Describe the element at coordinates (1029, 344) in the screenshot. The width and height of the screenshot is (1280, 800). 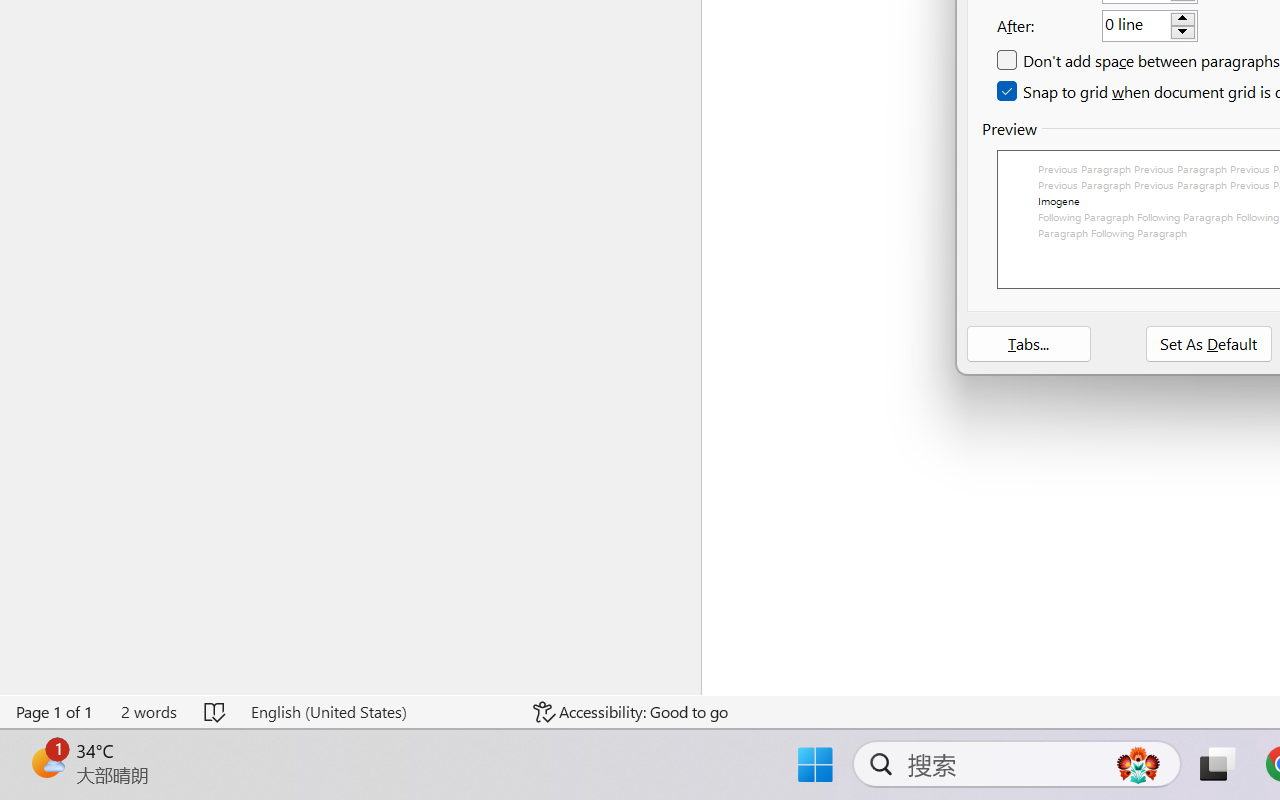
I see `'Tabs...'` at that location.